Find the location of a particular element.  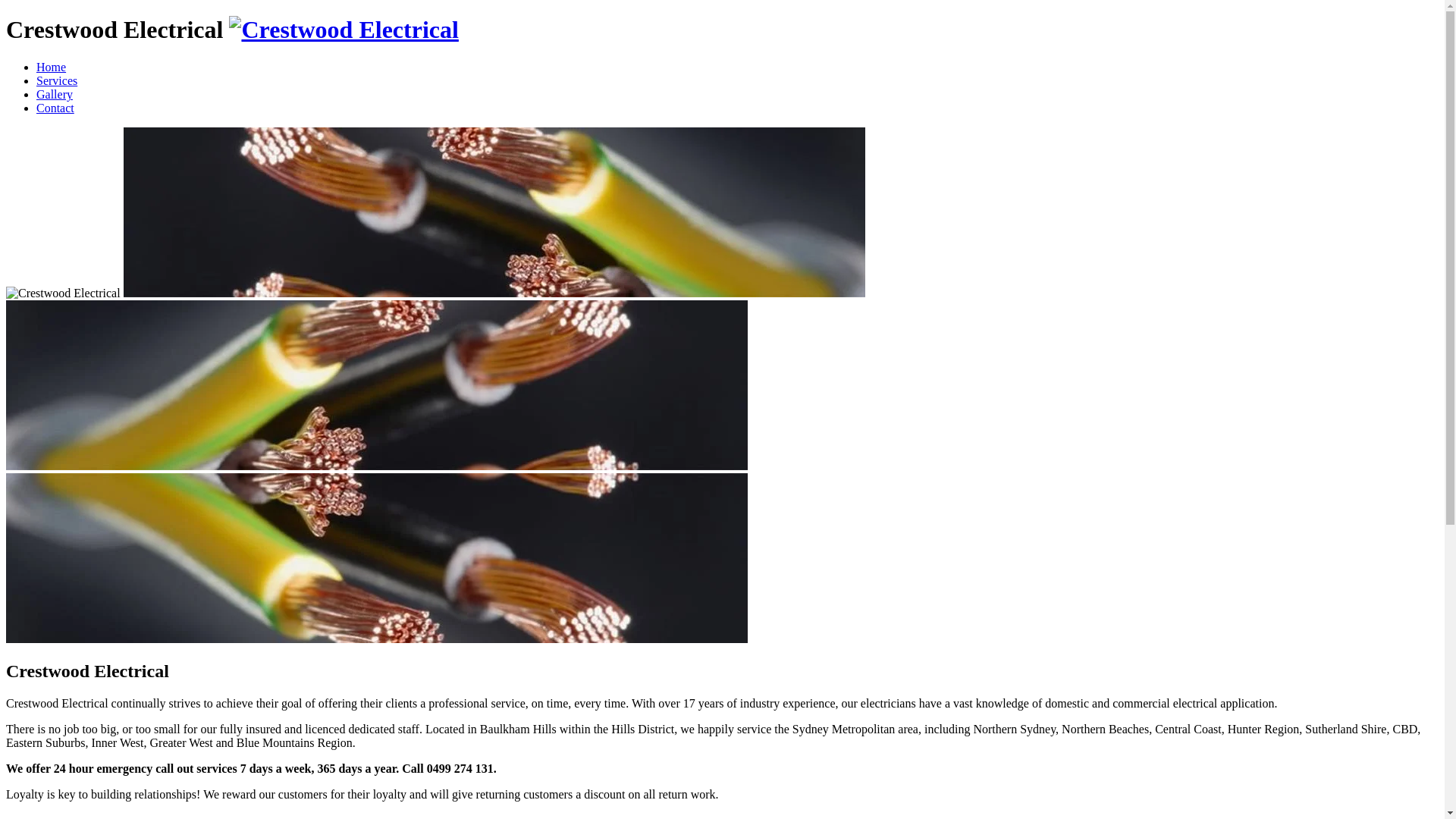

'Home' is located at coordinates (51, 66).